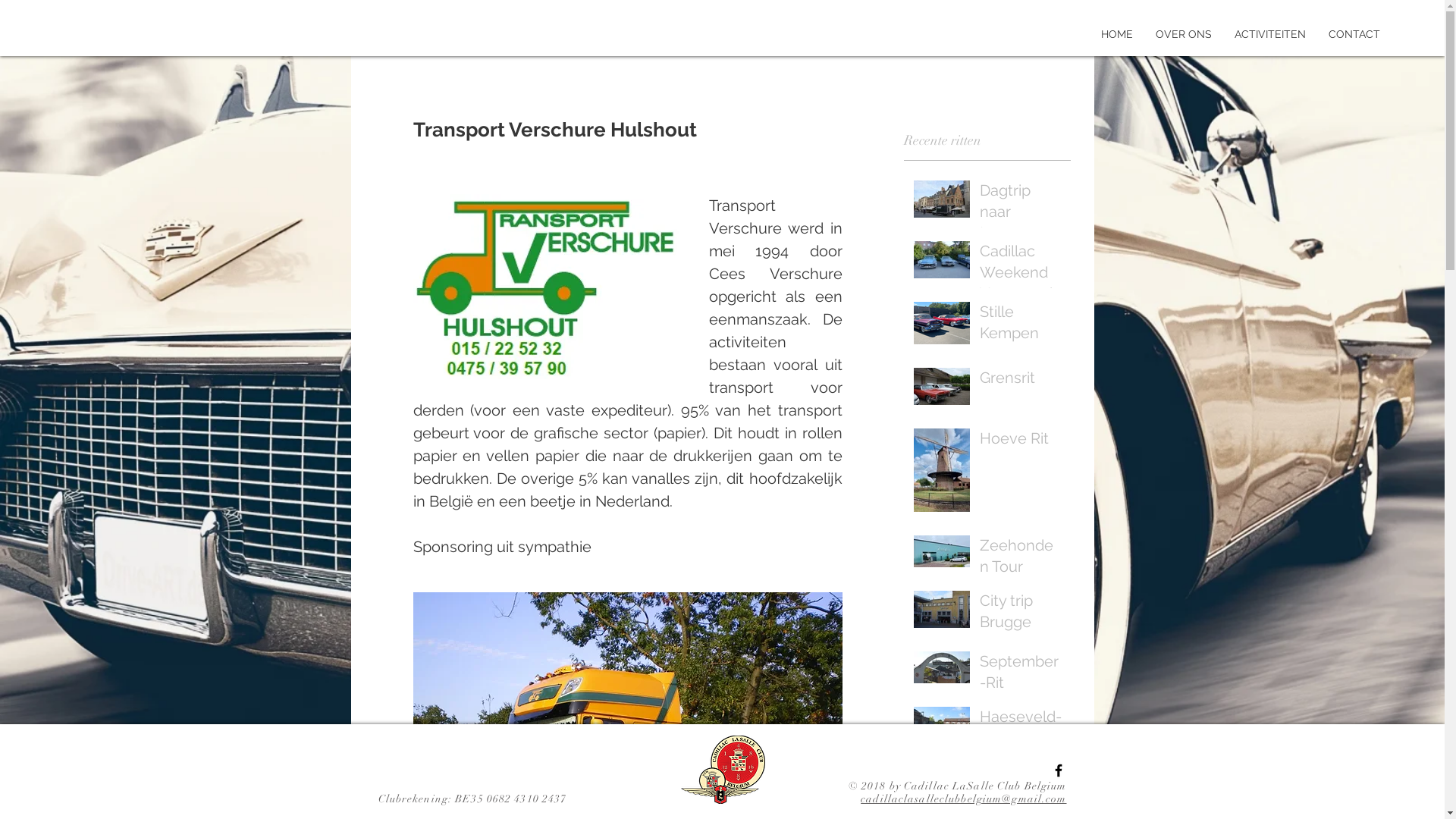 This screenshot has width=1456, height=819. I want to click on 'CONTACT', so click(1316, 34).